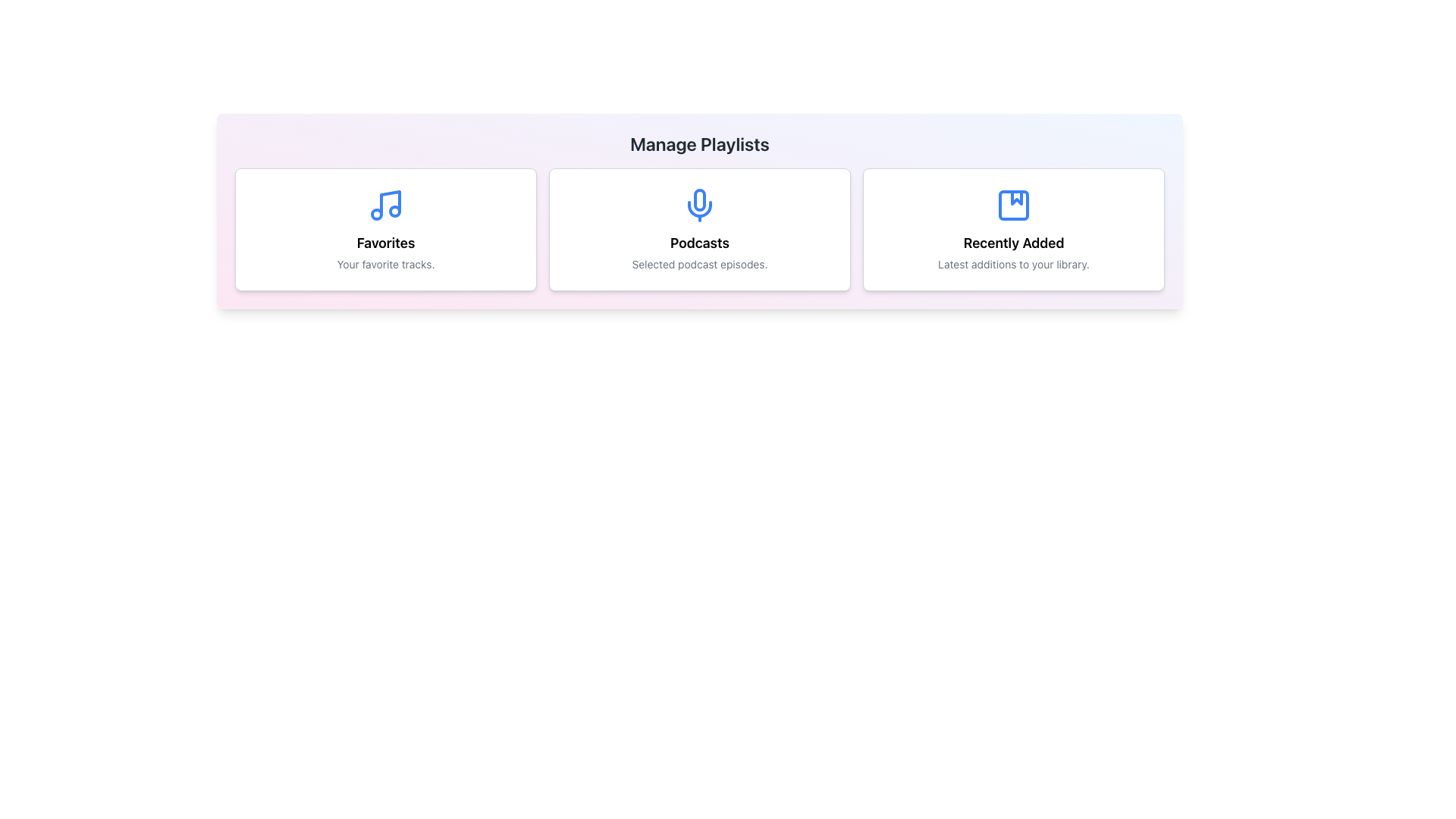  Describe the element at coordinates (1014, 205) in the screenshot. I see `the blue album-shaped icon located above the text 'Recently Added'` at that location.